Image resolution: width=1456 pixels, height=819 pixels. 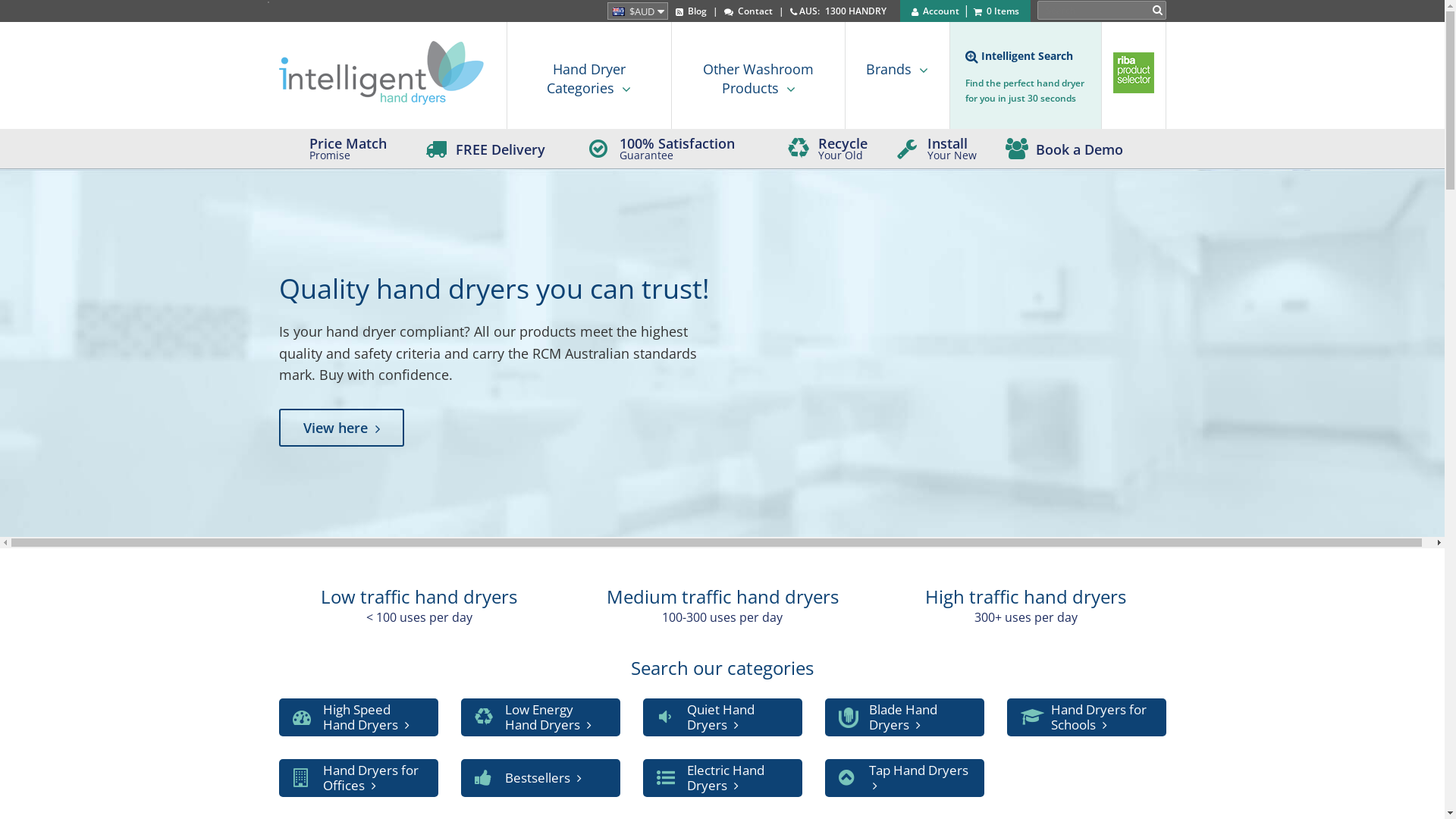 I want to click on '0 Items', so click(x=996, y=11).